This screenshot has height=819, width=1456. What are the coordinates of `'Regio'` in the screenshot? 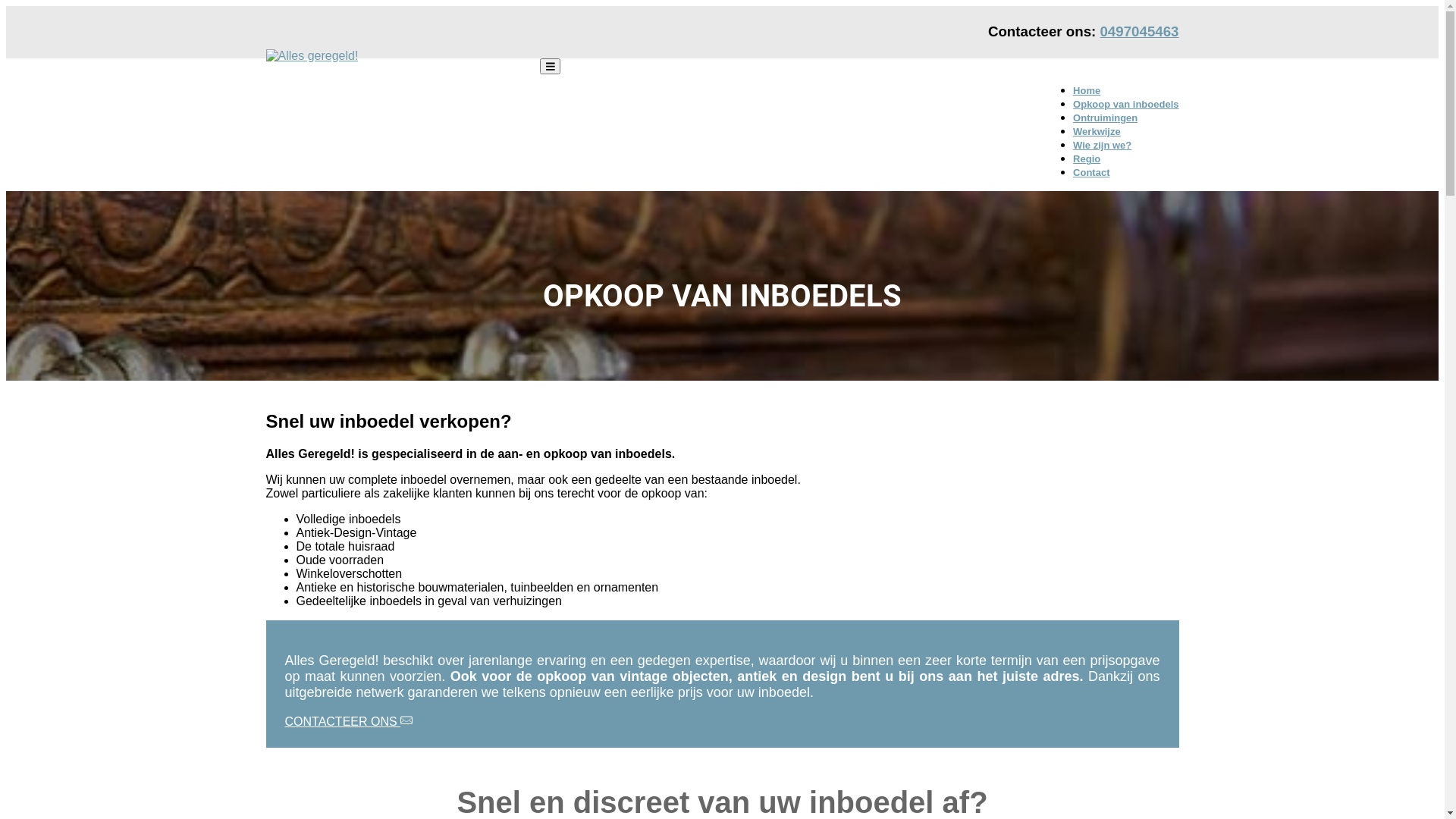 It's located at (1086, 158).